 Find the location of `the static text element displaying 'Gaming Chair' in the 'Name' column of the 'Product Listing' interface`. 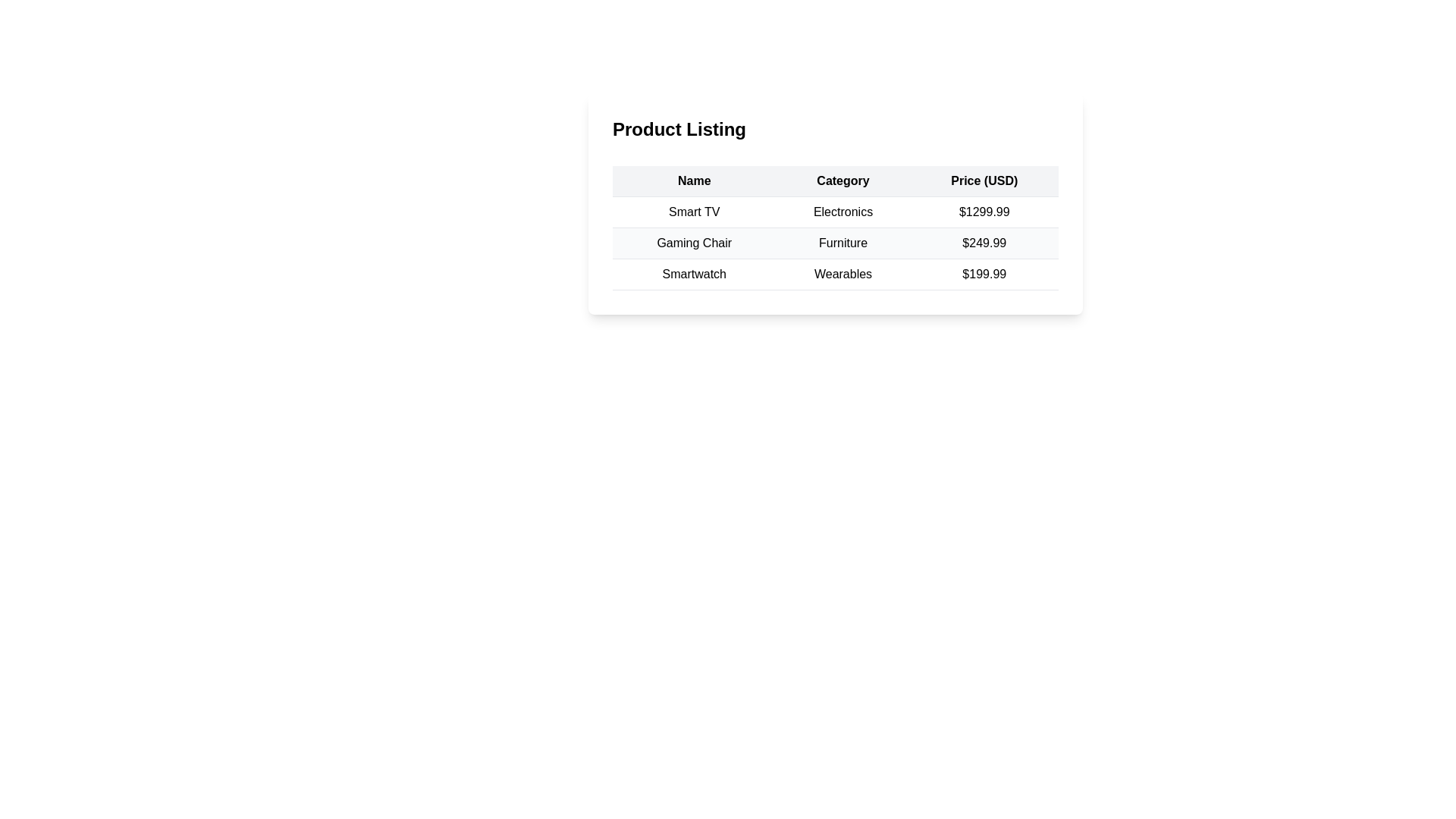

the static text element displaying 'Gaming Chair' in the 'Name' column of the 'Product Listing' interface is located at coordinates (693, 242).